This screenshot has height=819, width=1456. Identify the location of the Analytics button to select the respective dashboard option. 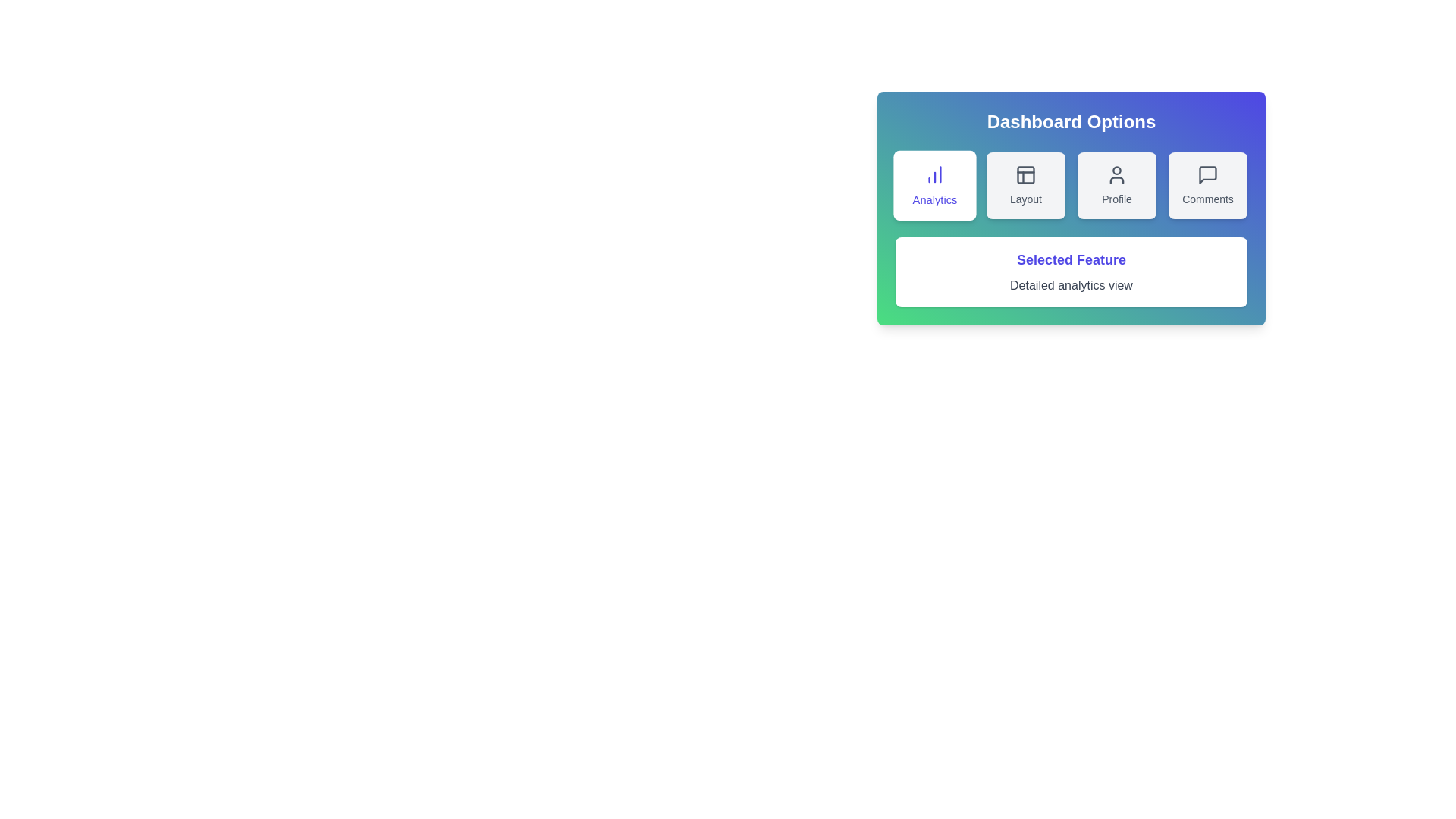
(934, 185).